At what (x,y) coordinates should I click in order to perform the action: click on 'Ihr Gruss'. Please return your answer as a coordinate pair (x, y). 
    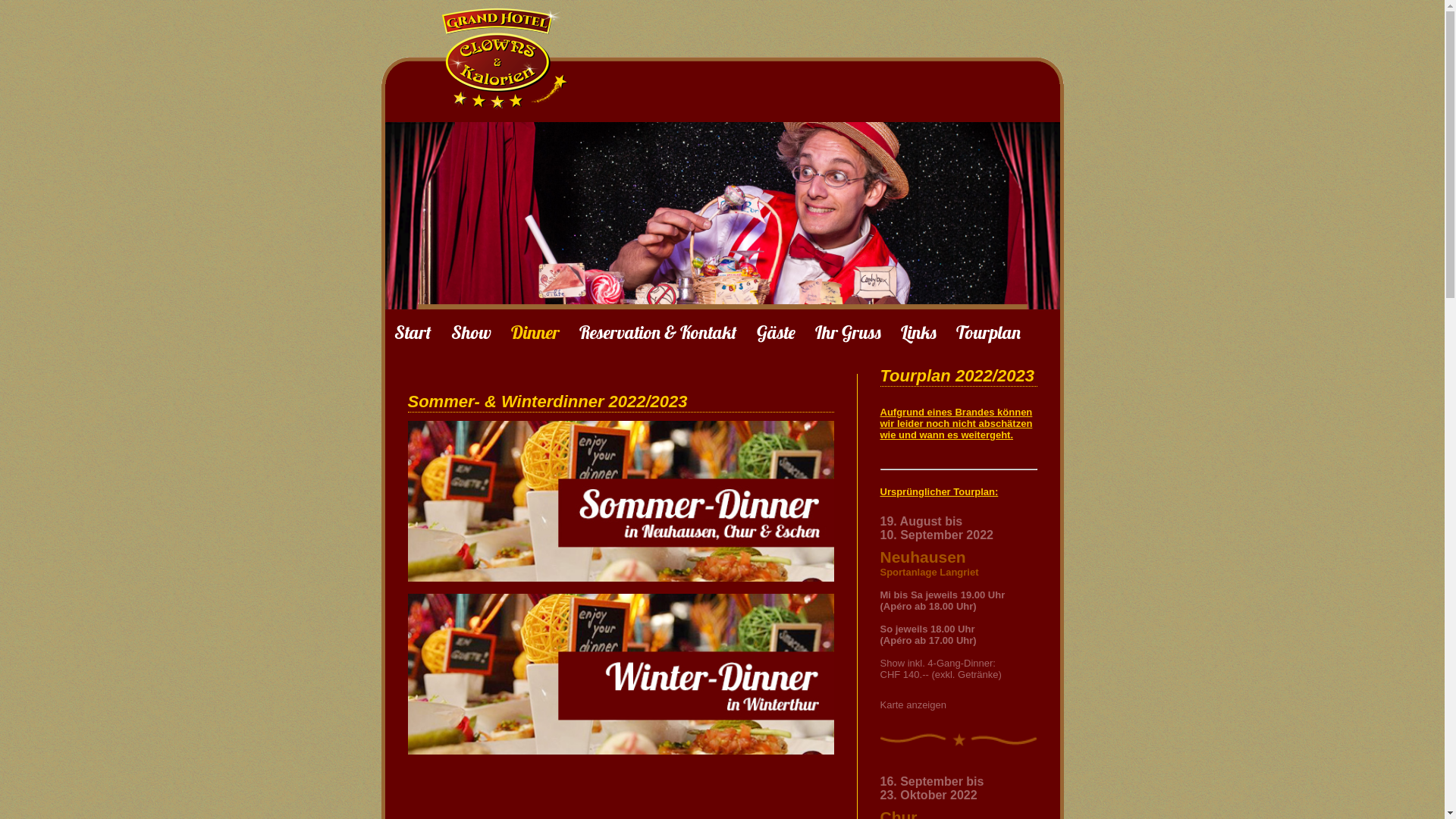
    Looking at the image, I should click on (814, 331).